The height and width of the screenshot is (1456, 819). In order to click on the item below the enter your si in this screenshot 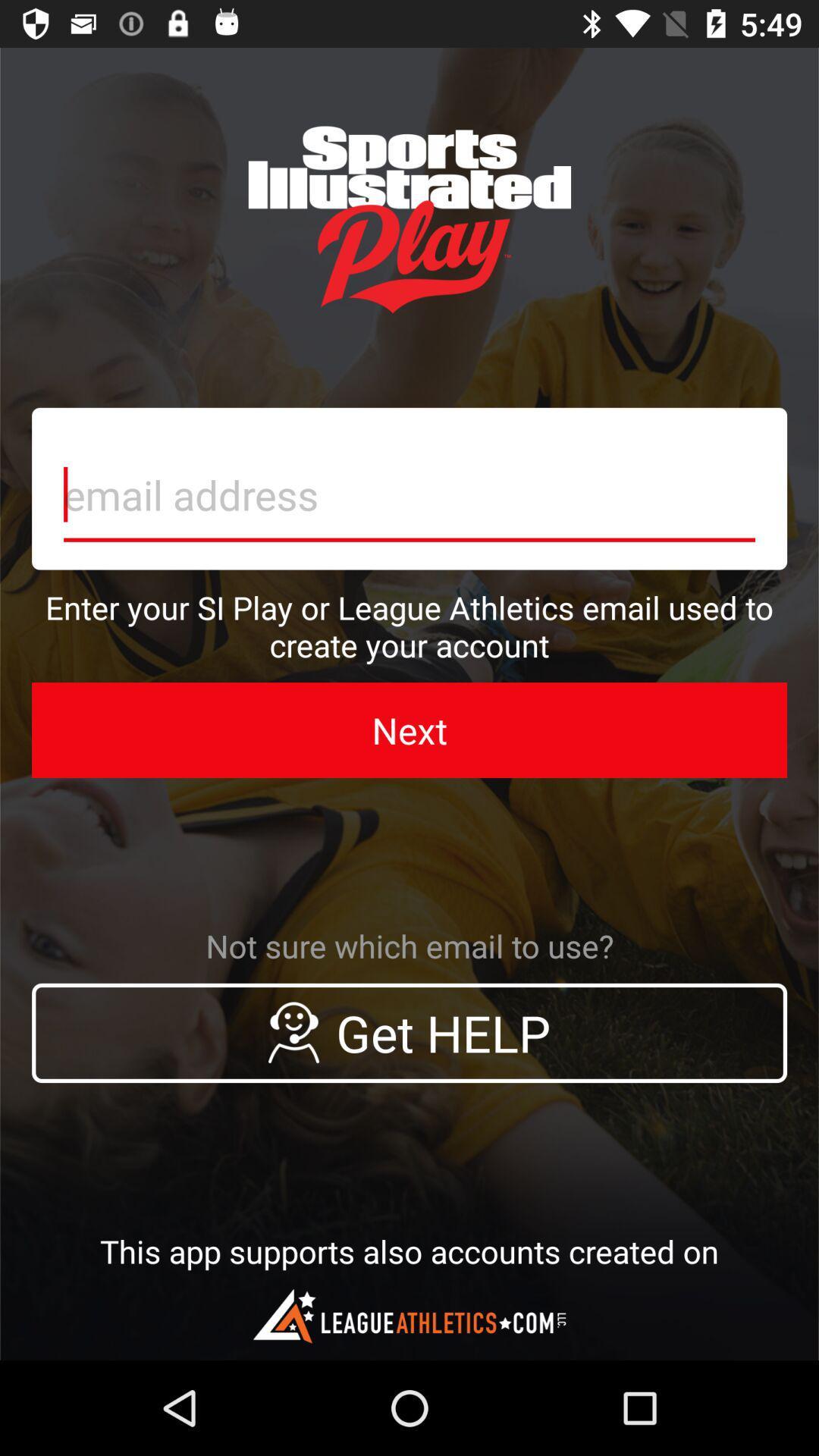, I will do `click(409, 730)`.